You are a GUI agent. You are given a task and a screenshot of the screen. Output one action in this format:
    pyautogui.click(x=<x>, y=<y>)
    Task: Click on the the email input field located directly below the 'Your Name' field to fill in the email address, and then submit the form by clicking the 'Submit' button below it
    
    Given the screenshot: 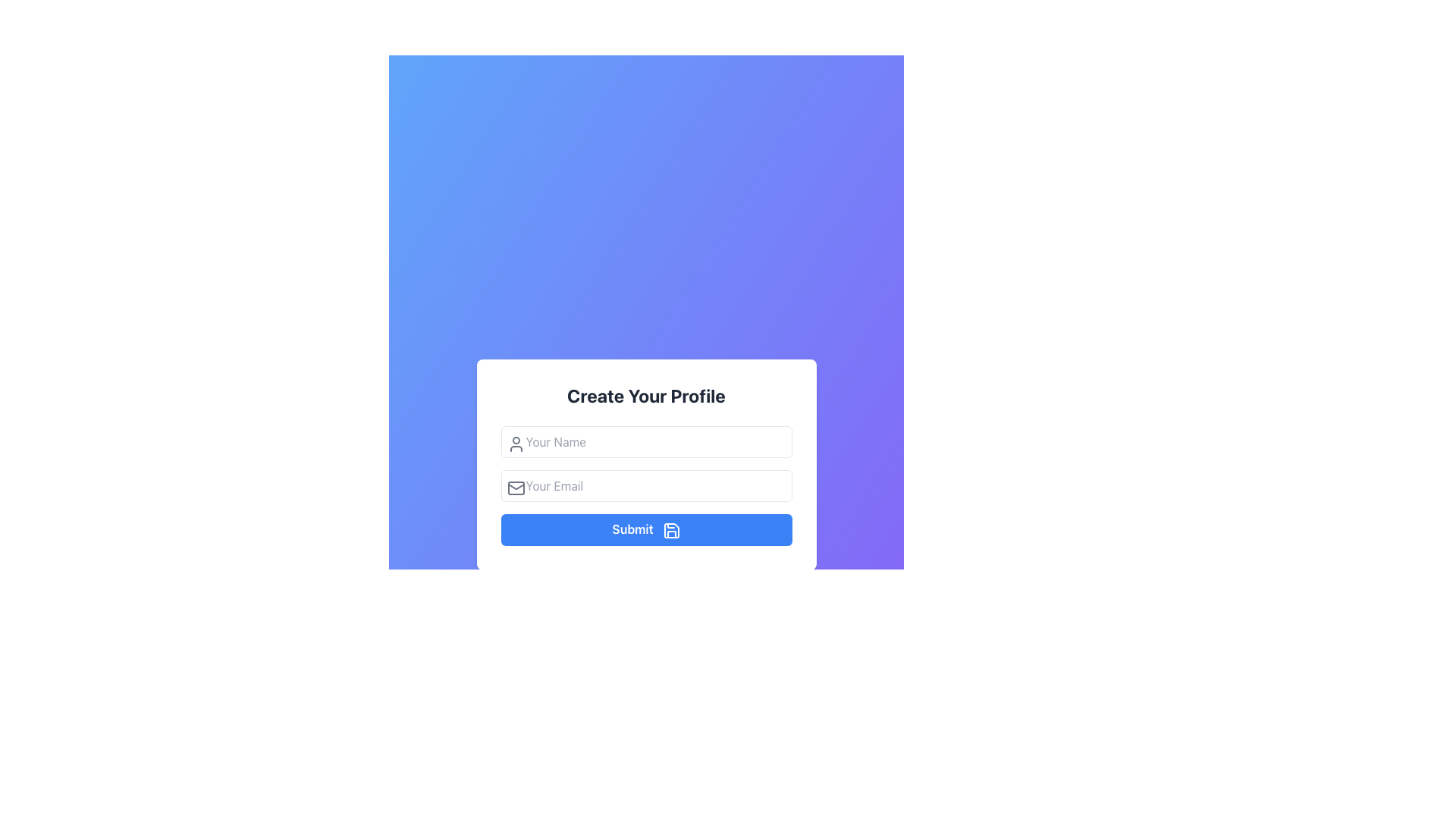 What is the action you would take?
    pyautogui.click(x=646, y=486)
    